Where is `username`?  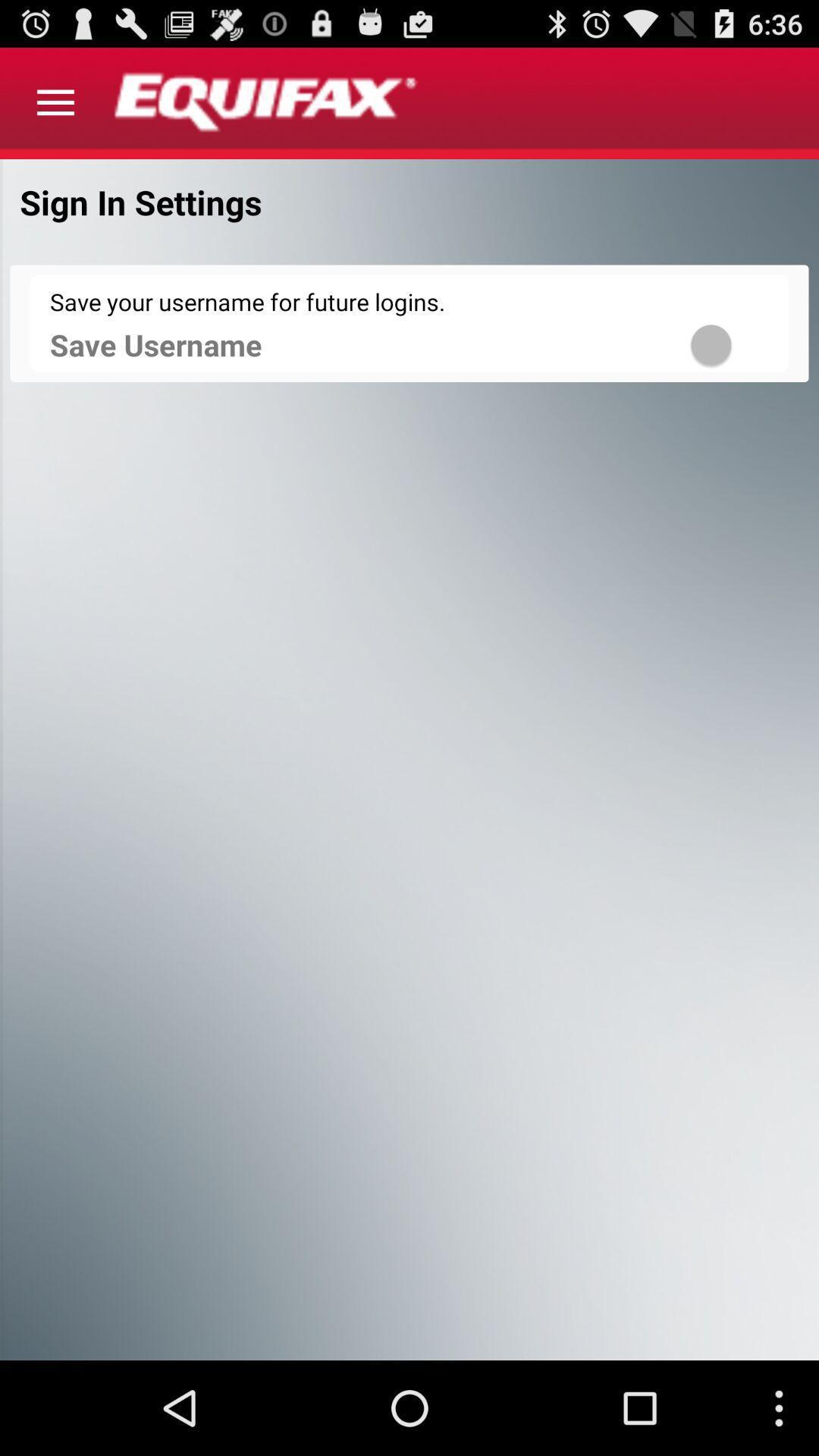
username is located at coordinates (730, 344).